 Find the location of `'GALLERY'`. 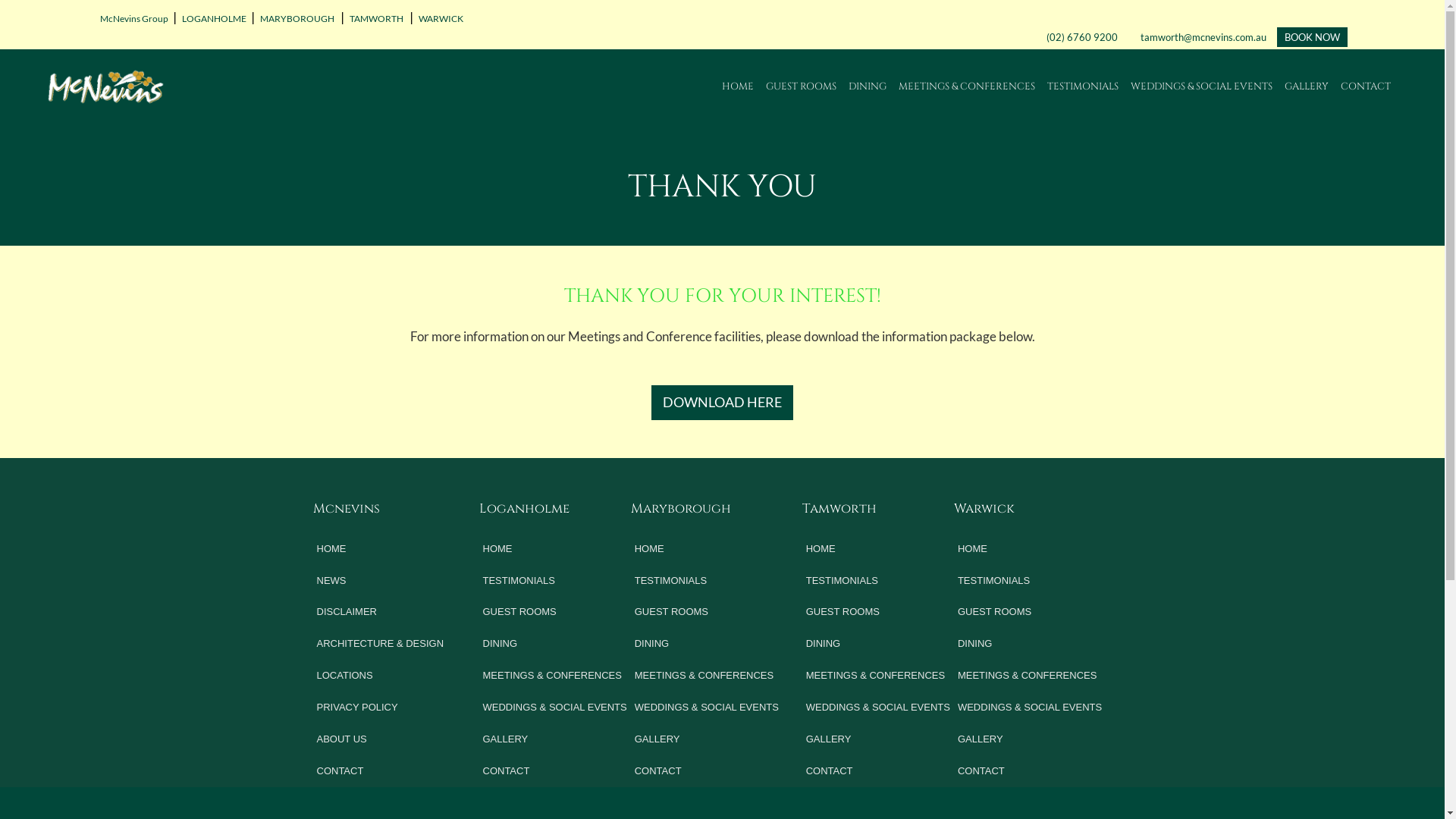

'GALLERY' is located at coordinates (952, 739).